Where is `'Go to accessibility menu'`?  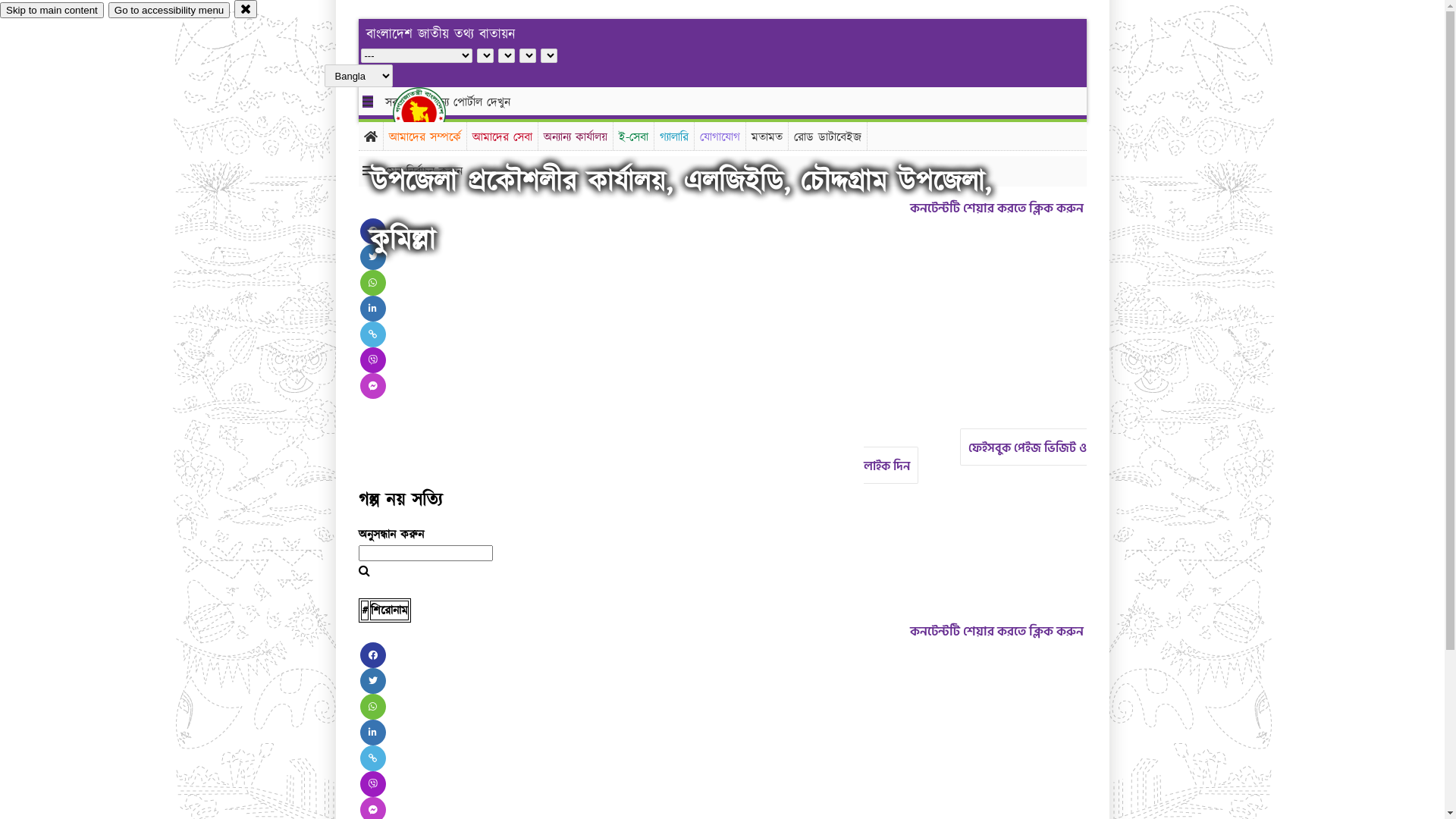
'Go to accessibility menu' is located at coordinates (108, 10).